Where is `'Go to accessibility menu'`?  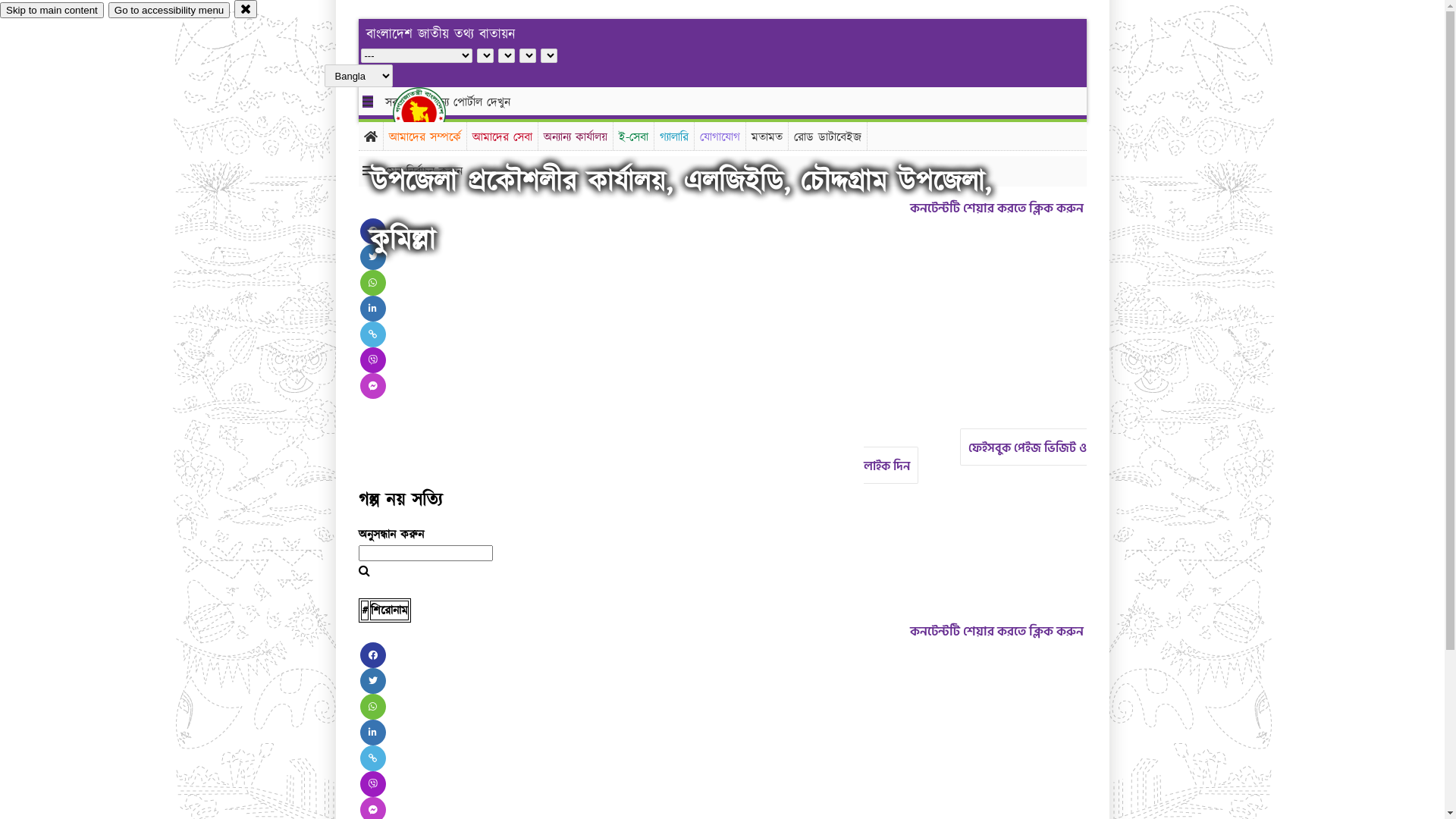
'Go to accessibility menu' is located at coordinates (108, 10).